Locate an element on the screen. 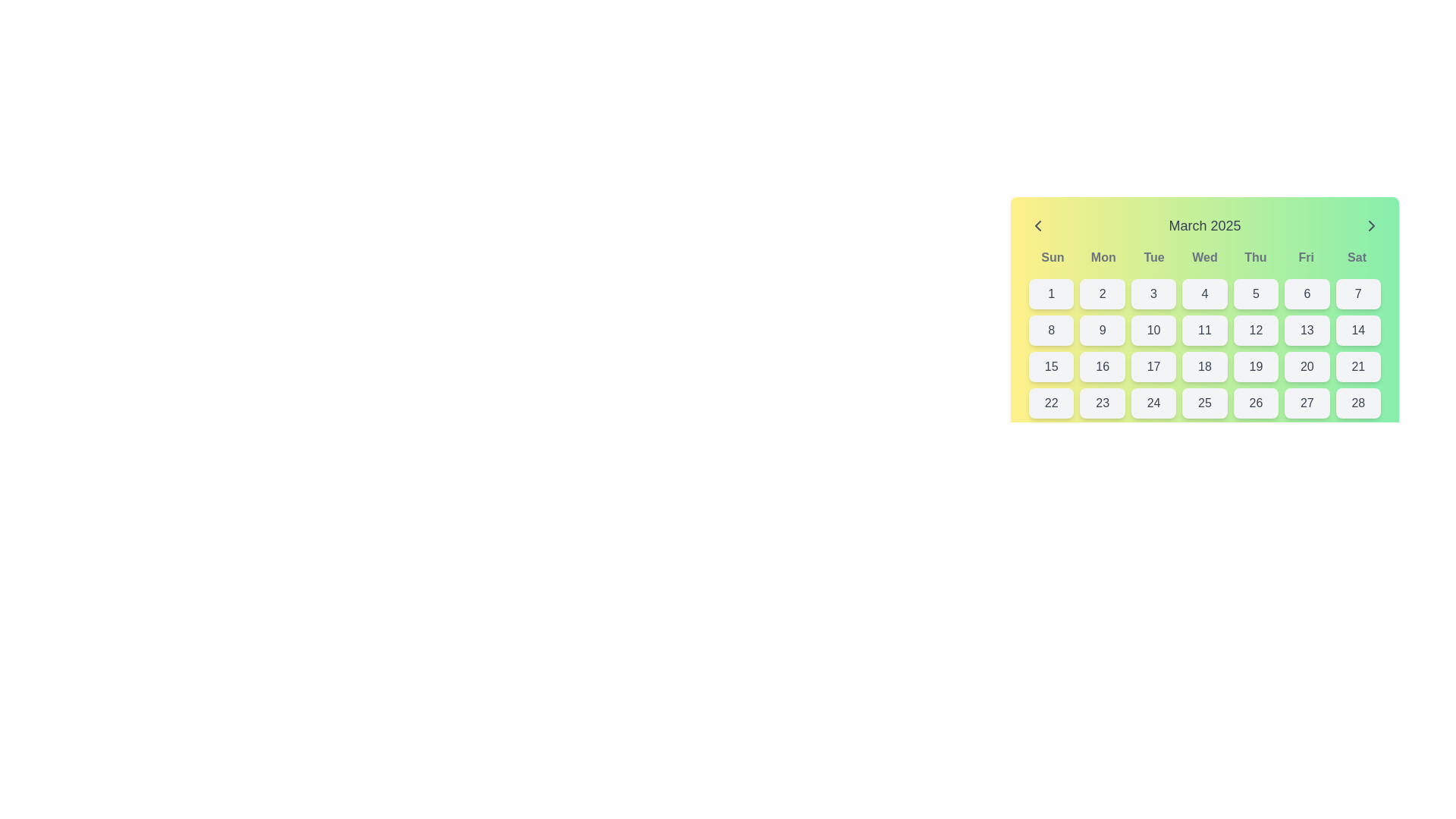 The height and width of the screenshot is (819, 1456). the button representing the 19th day of March 2025 in the calendar widget is located at coordinates (1256, 366).